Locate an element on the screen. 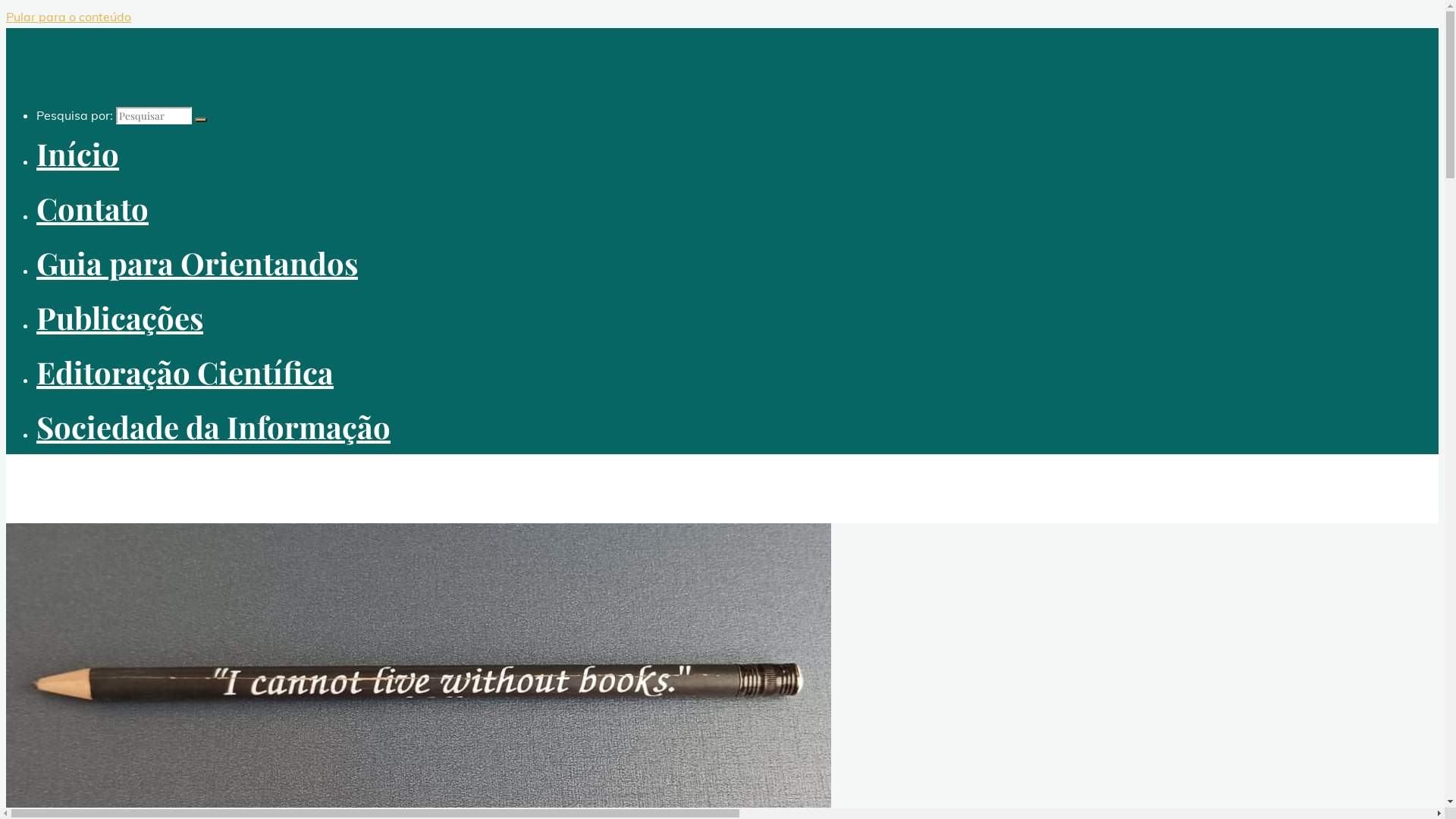 This screenshot has width=1456, height=819. 'Contato' is located at coordinates (91, 208).